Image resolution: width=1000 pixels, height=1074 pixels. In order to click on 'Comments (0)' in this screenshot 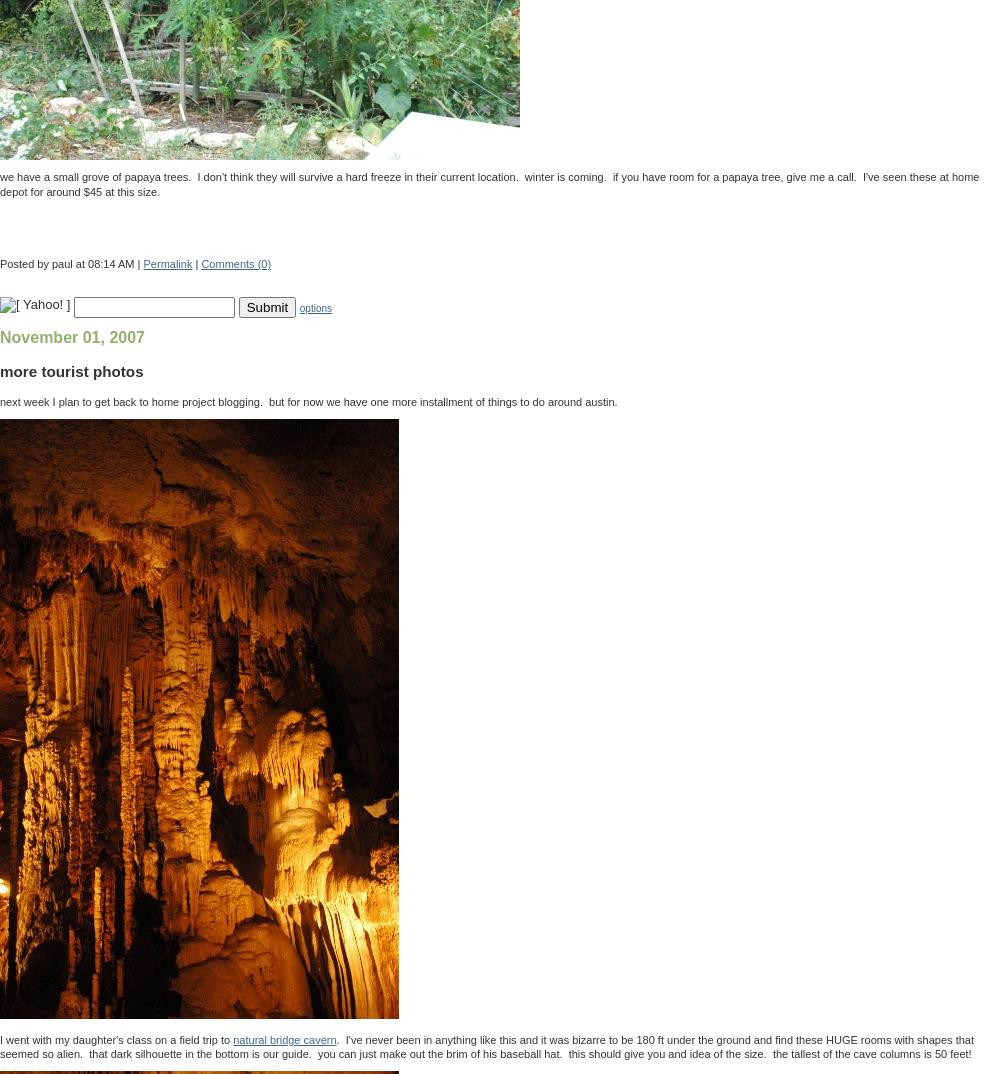, I will do `click(235, 262)`.